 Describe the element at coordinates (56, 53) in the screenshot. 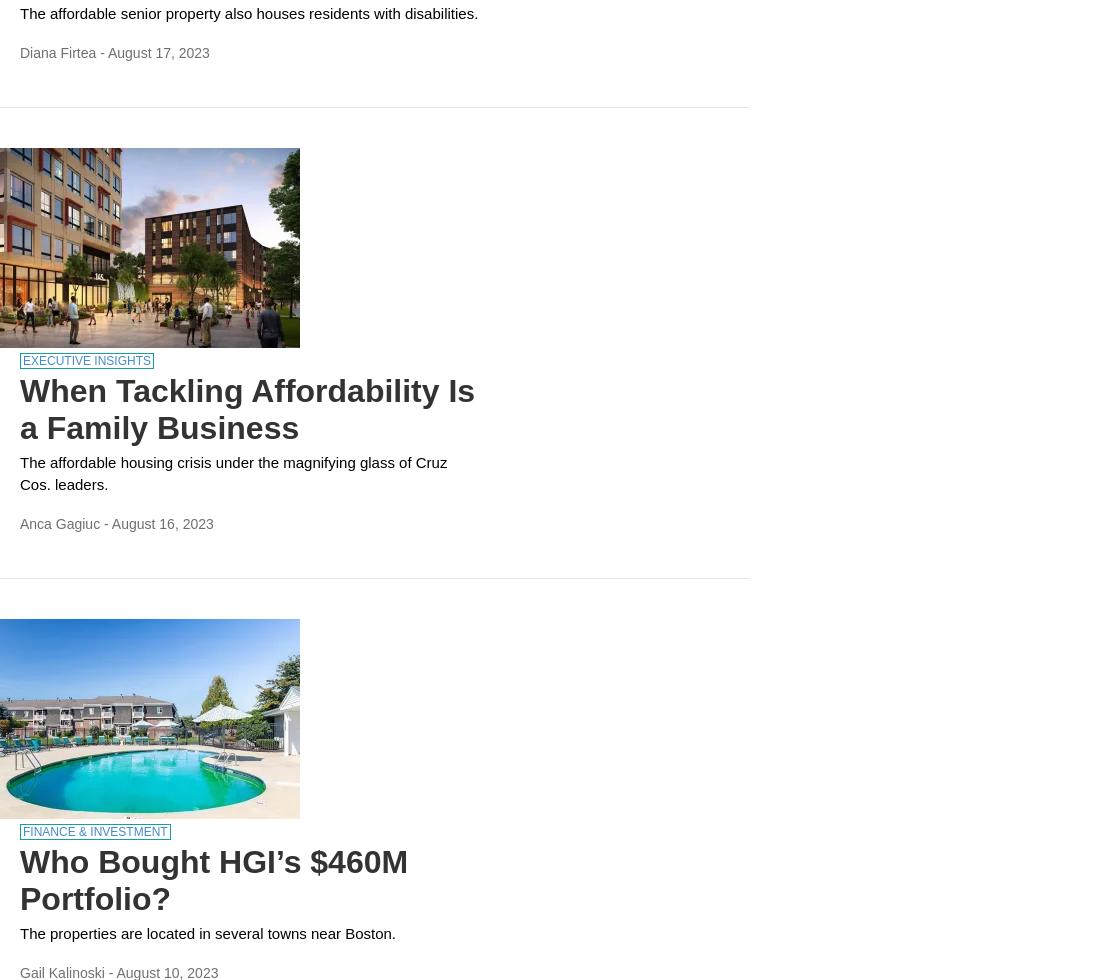

I see `'Diana Firtea'` at that location.